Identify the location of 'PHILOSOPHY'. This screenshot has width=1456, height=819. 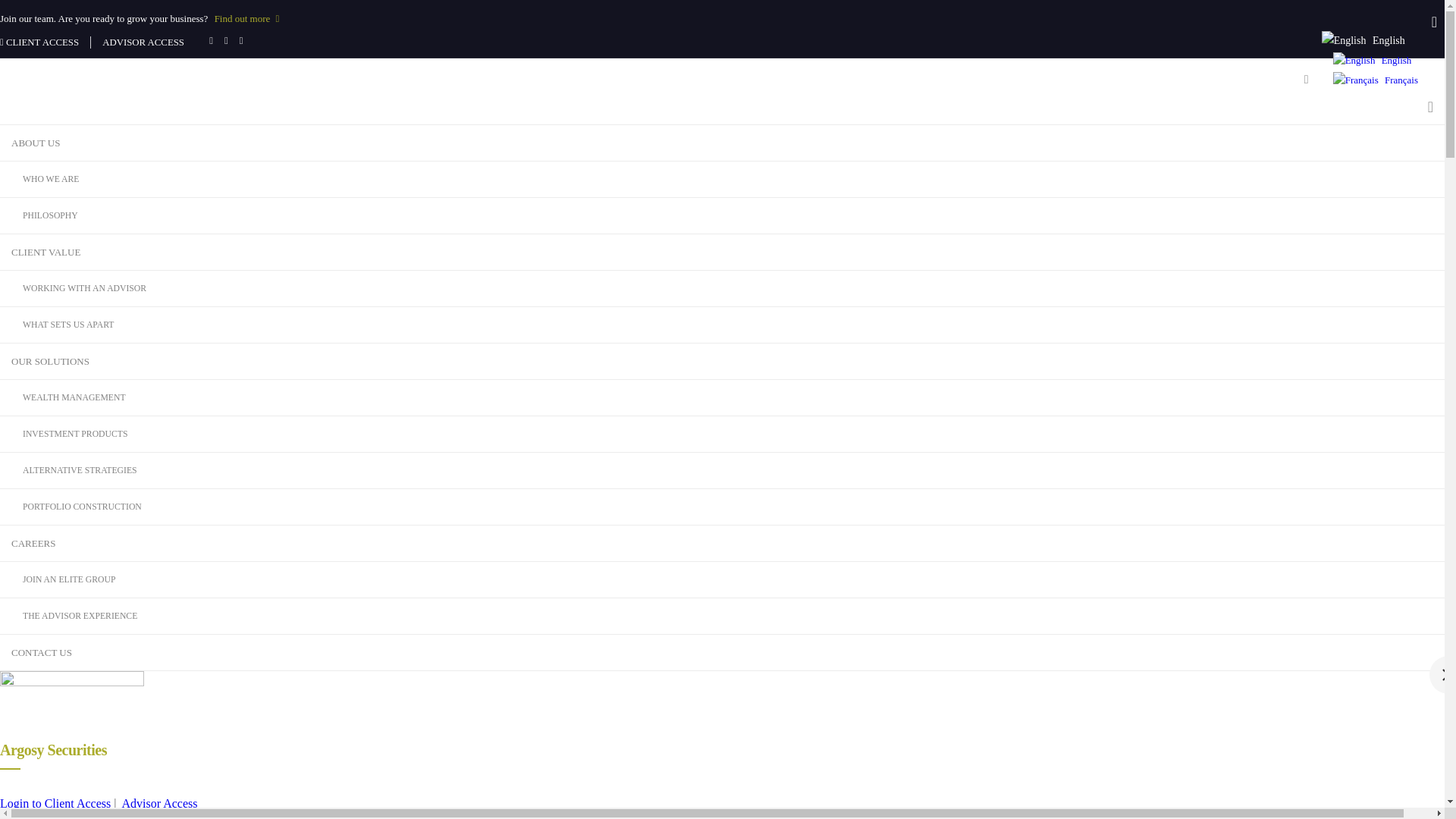
(0, 216).